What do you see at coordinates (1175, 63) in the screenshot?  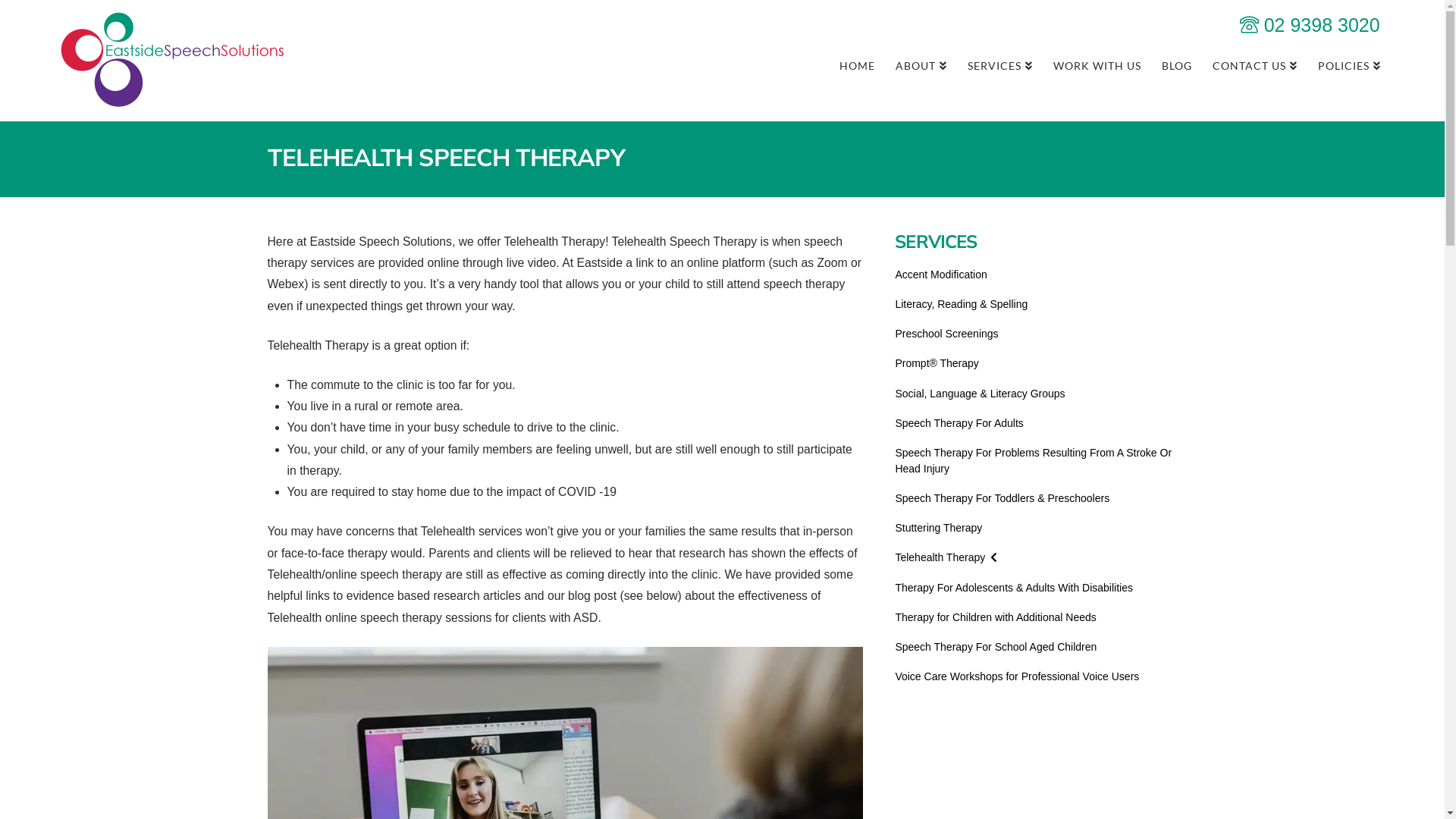 I see `'BLOG'` at bounding box center [1175, 63].